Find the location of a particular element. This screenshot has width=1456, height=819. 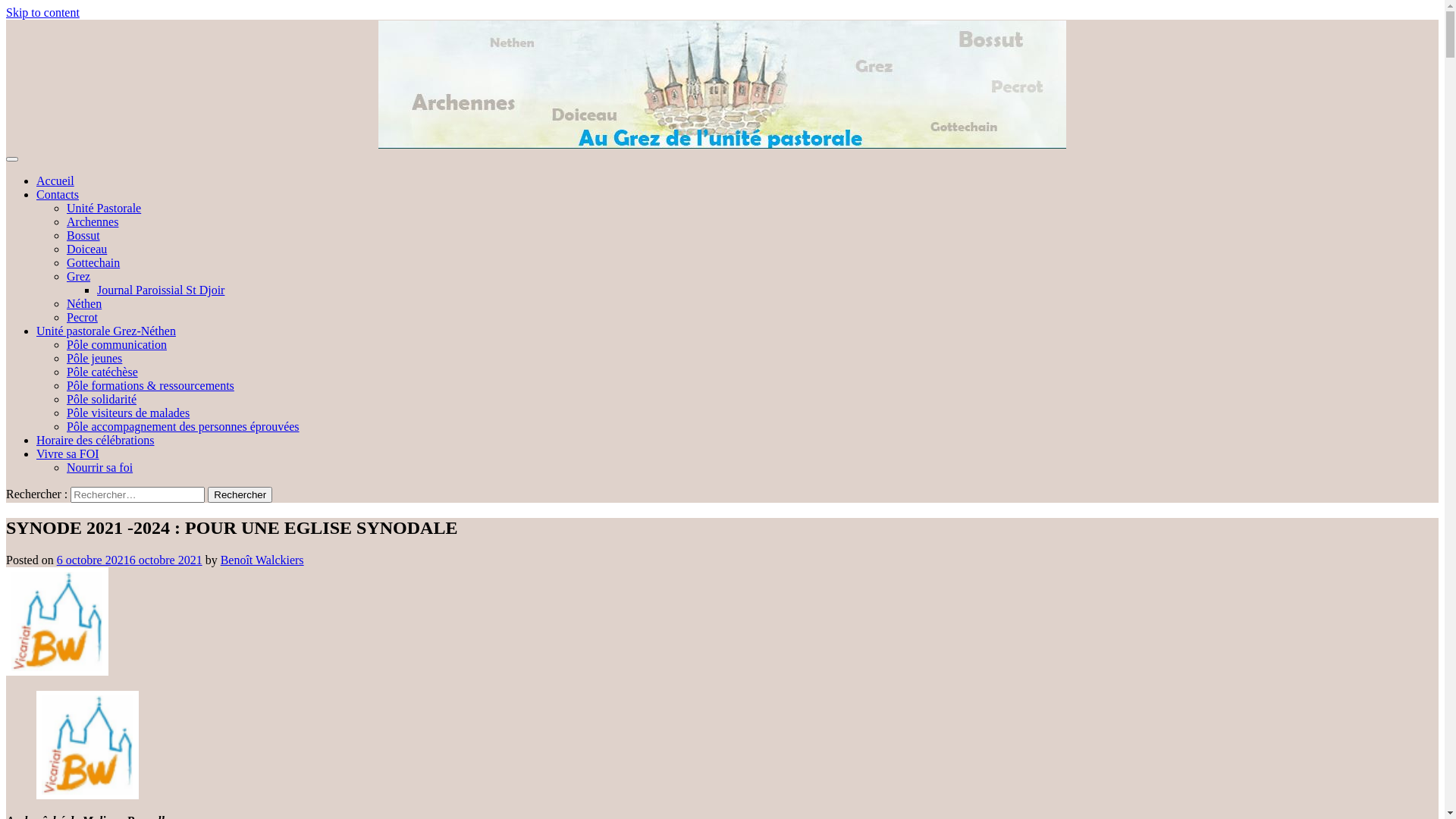

'Archennes' is located at coordinates (91, 221).